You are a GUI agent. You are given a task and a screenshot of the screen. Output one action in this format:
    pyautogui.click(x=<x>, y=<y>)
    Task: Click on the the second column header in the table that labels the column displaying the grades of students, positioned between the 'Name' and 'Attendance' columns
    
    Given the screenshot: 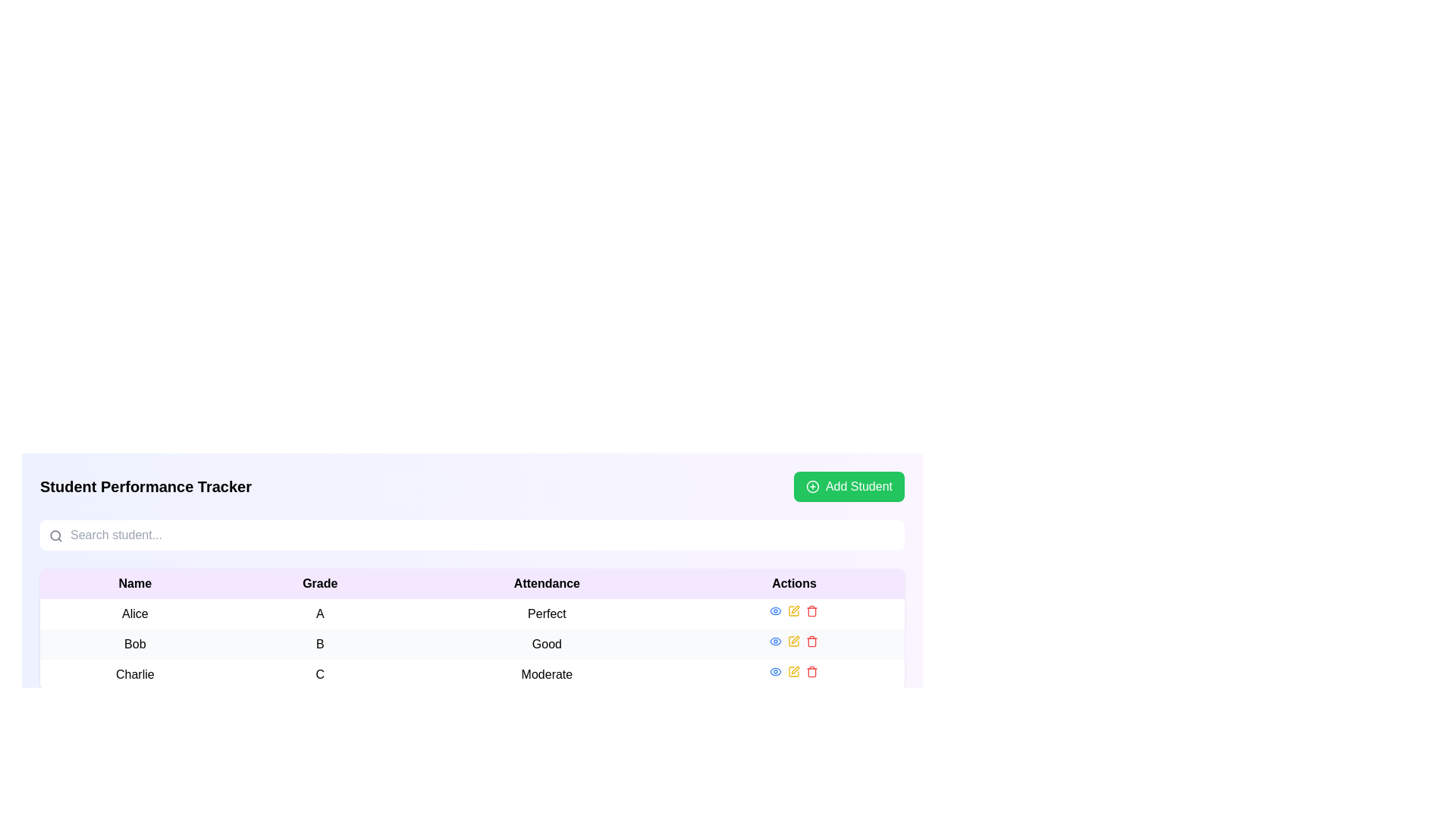 What is the action you would take?
    pyautogui.click(x=319, y=583)
    